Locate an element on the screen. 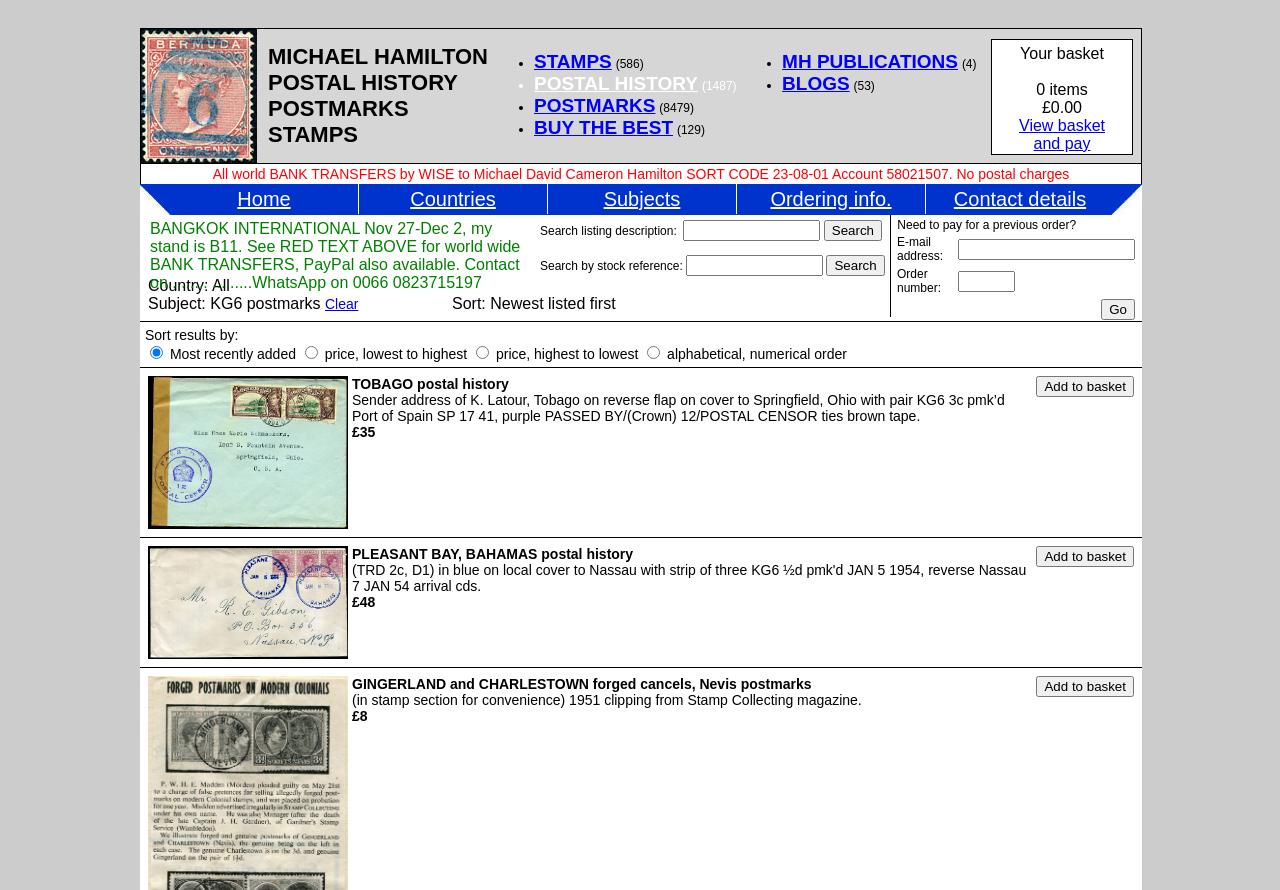  'Country: All' is located at coordinates (188, 284).